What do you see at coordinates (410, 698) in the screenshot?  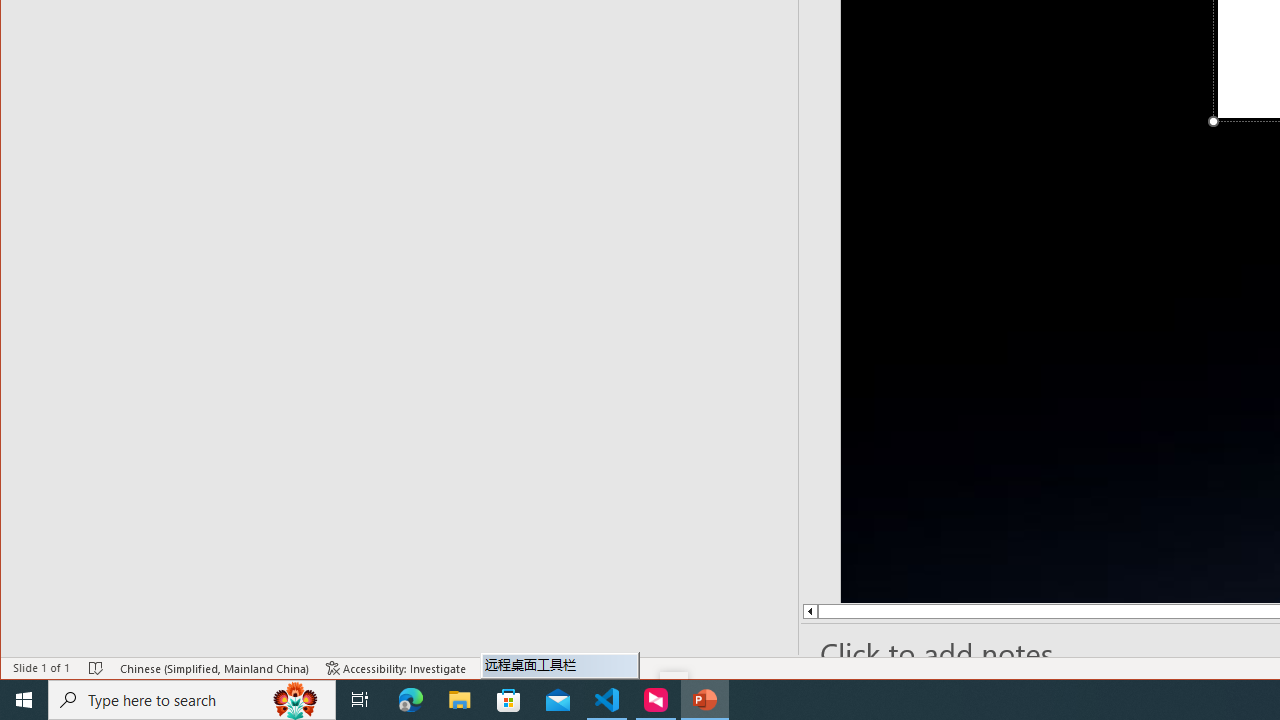 I see `'Microsoft Edge'` at bounding box center [410, 698].